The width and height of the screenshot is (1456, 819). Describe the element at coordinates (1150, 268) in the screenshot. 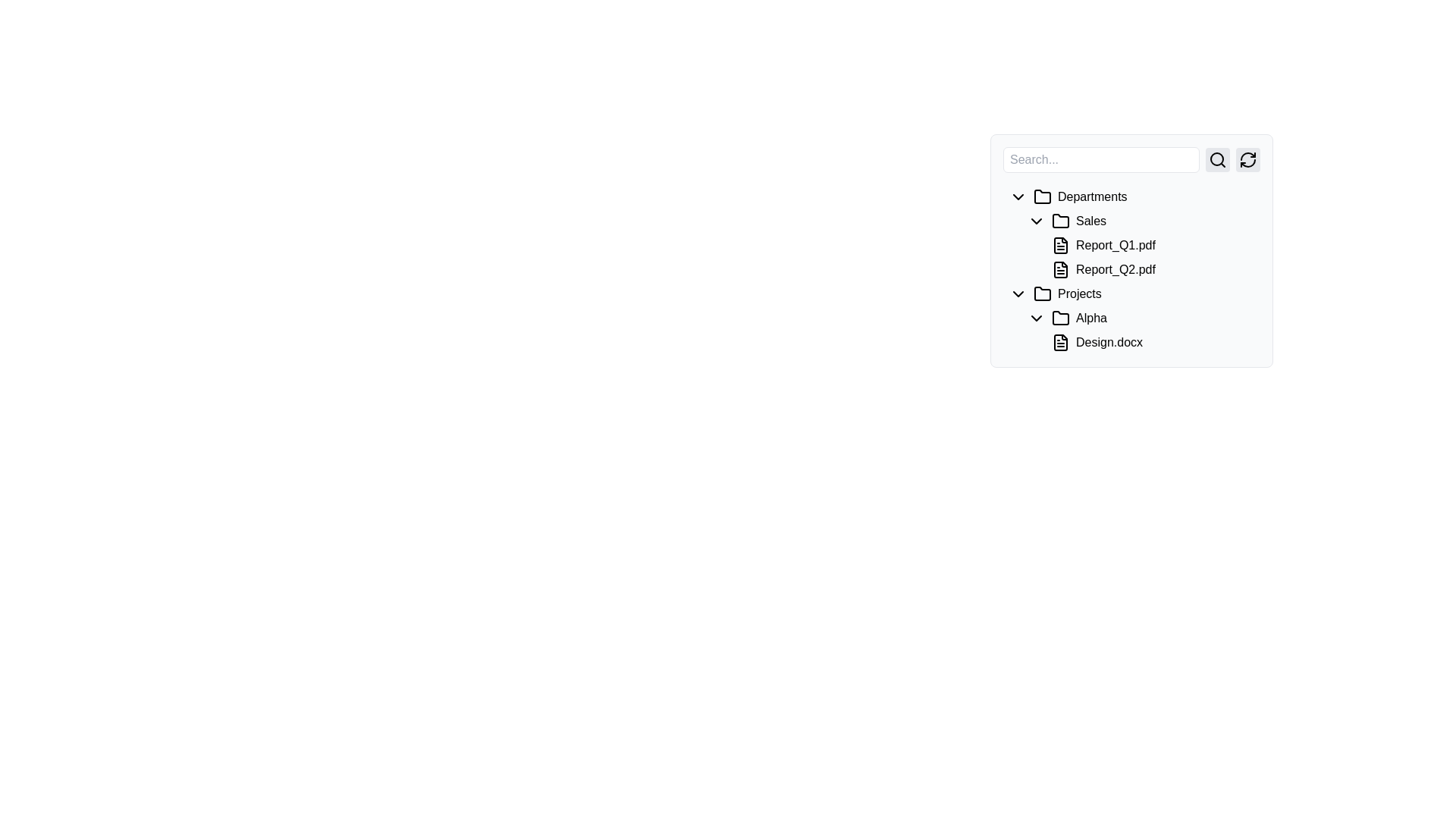

I see `the 'Report_Q2.pdf' file item in the 'Sales' folder` at that location.